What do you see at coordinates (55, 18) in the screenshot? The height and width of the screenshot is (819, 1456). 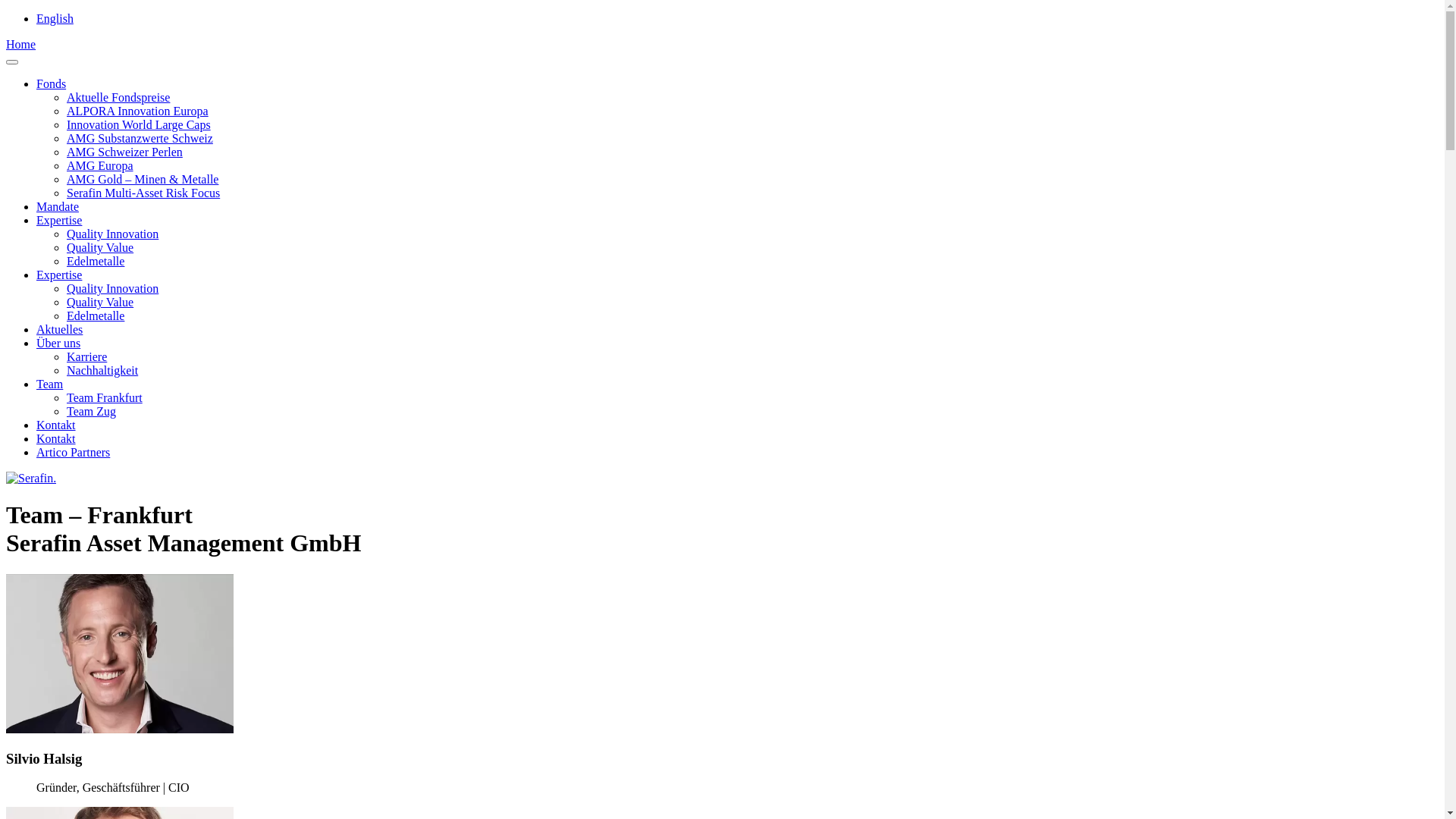 I see `'English'` at bounding box center [55, 18].